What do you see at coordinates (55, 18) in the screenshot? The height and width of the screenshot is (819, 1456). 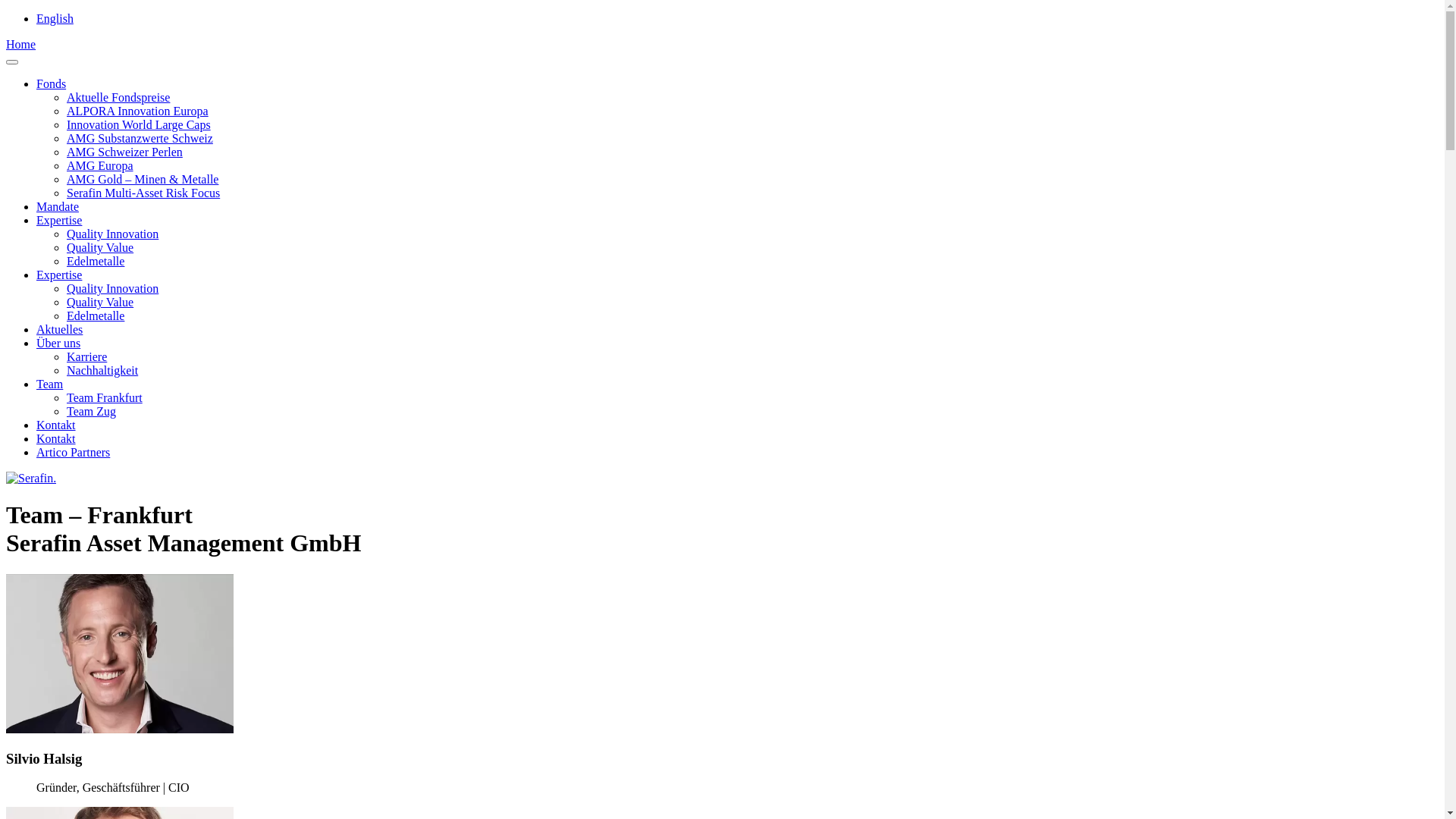 I see `'English'` at bounding box center [55, 18].